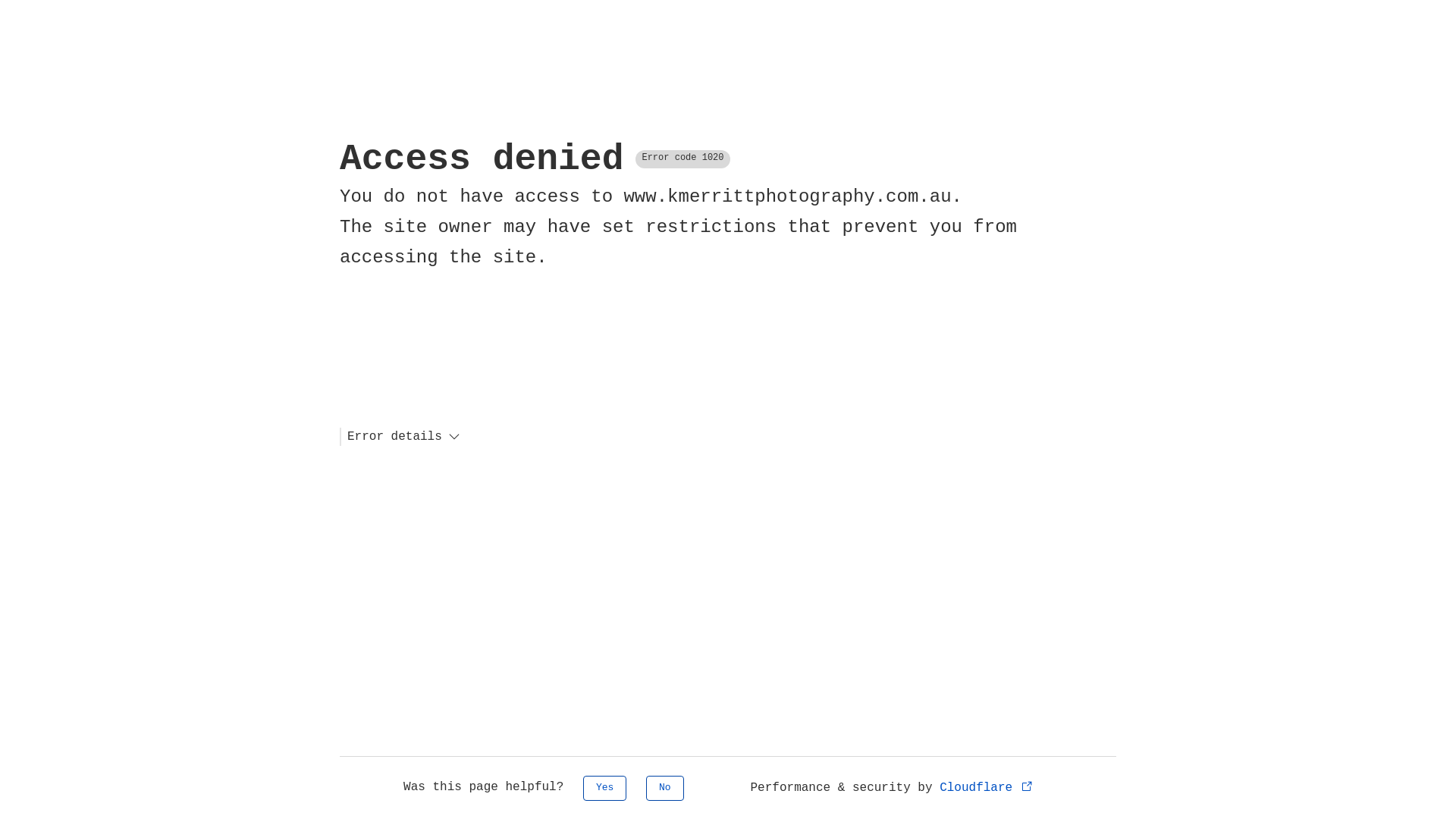  I want to click on 'No', so click(665, 787).